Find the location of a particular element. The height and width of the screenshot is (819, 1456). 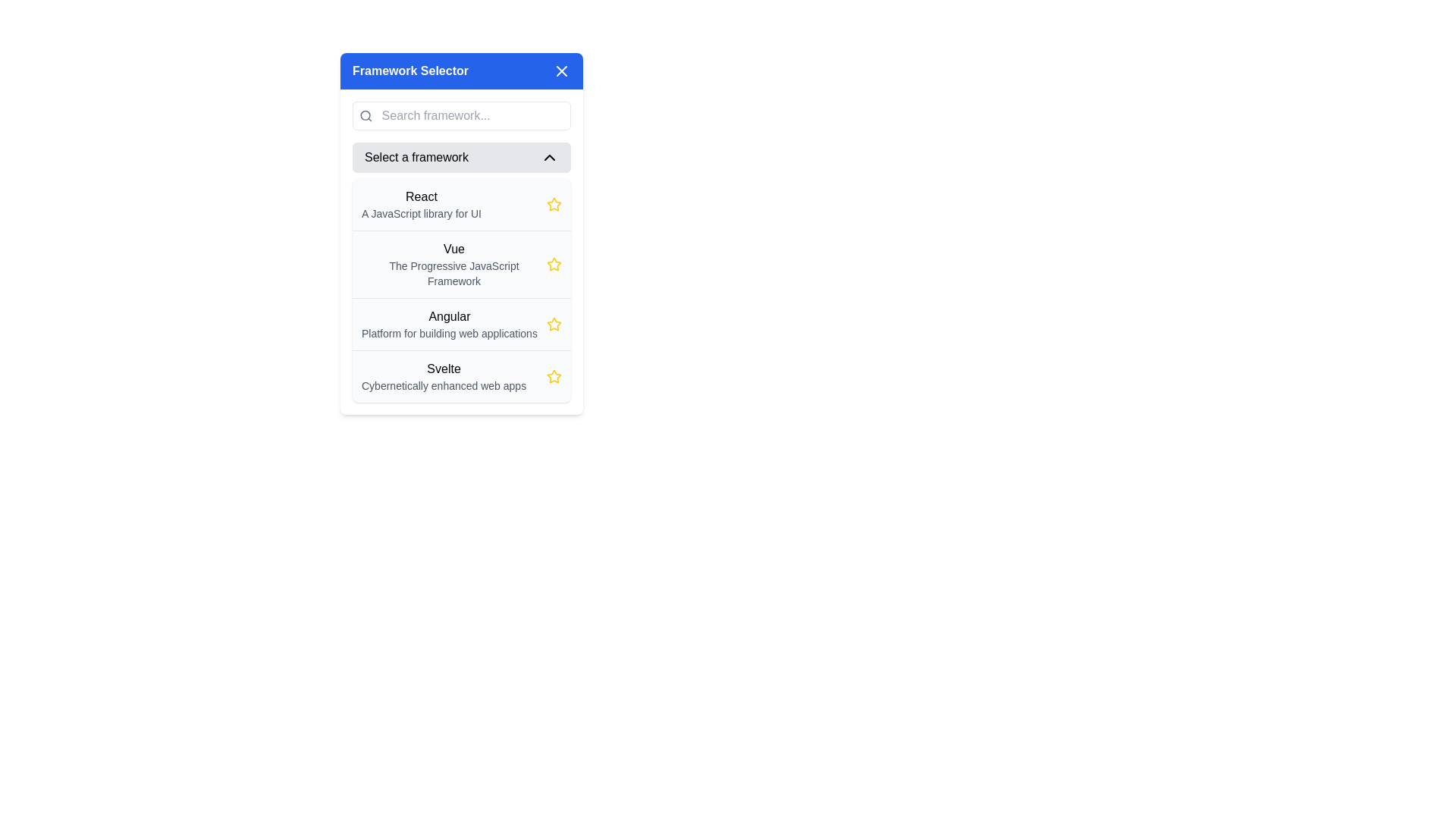

the text node displaying 'Vue' located at the top of the list item labeled 'Vue The Progressive JavaScript Framework' in the modal titled 'Framework Selector' is located at coordinates (453, 248).